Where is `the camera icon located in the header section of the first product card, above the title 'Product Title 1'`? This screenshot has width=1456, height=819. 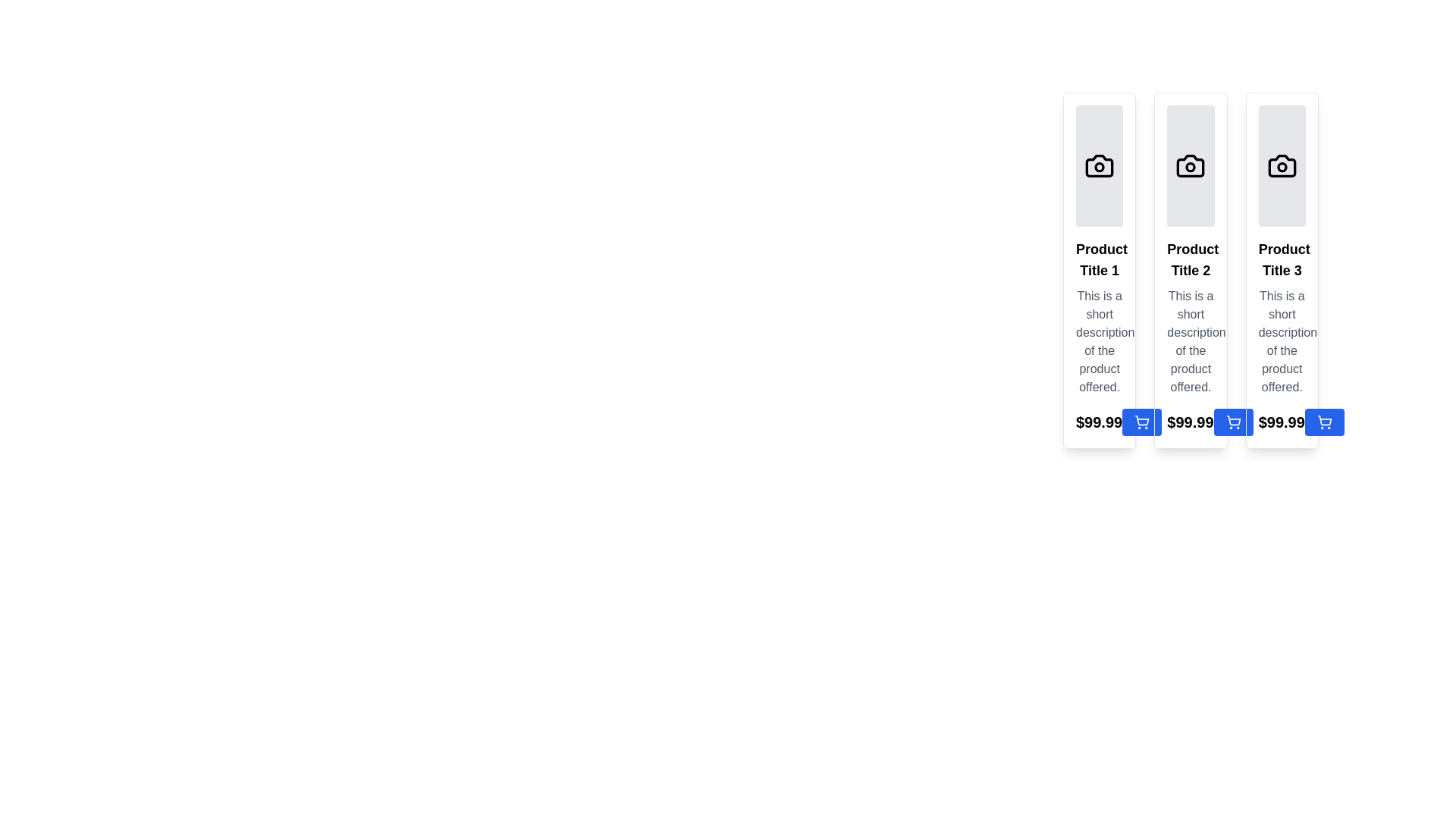 the camera icon located in the header section of the first product card, above the title 'Product Title 1' is located at coordinates (1100, 166).